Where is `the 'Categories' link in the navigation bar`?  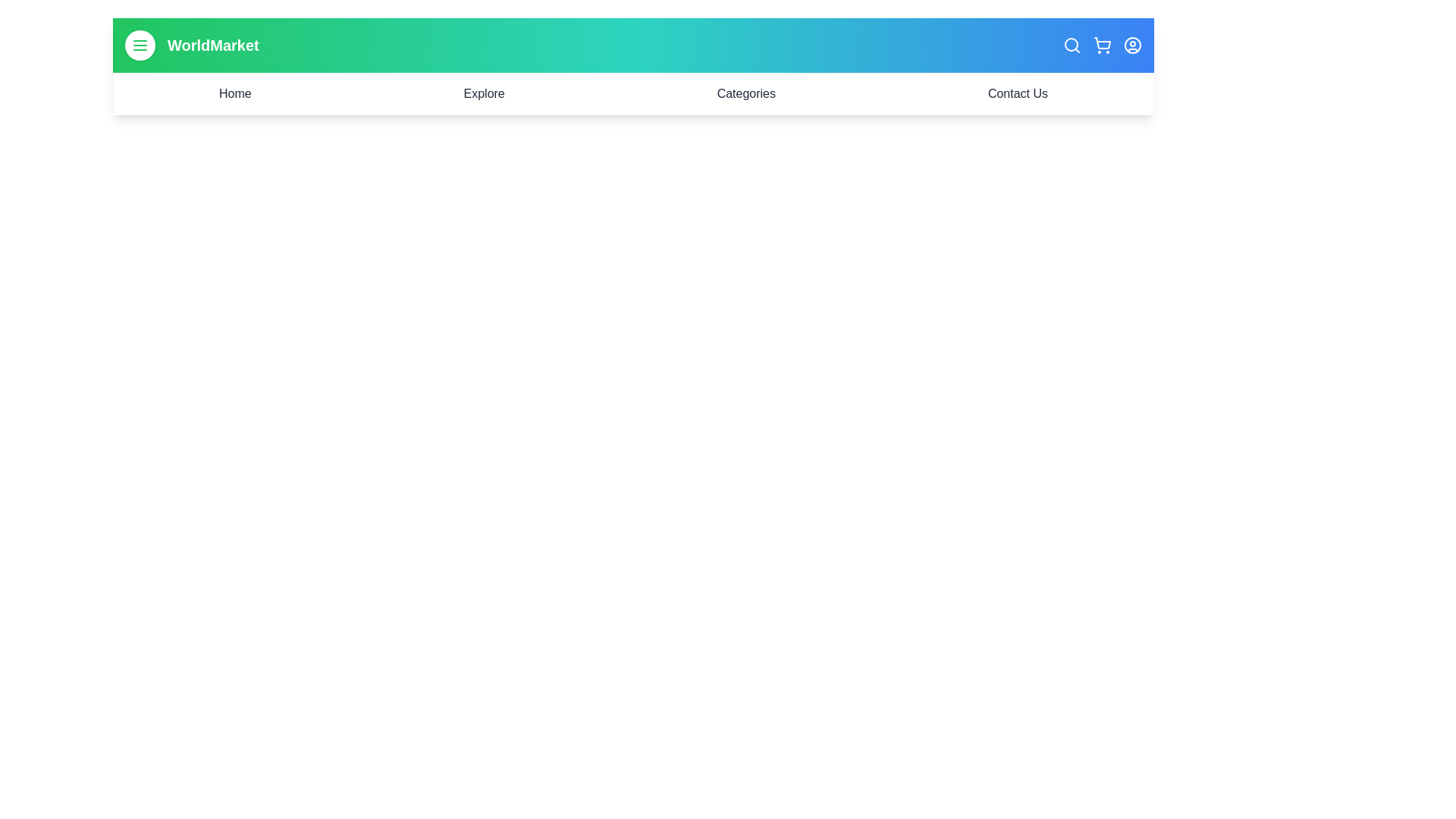
the 'Categories' link in the navigation bar is located at coordinates (746, 93).